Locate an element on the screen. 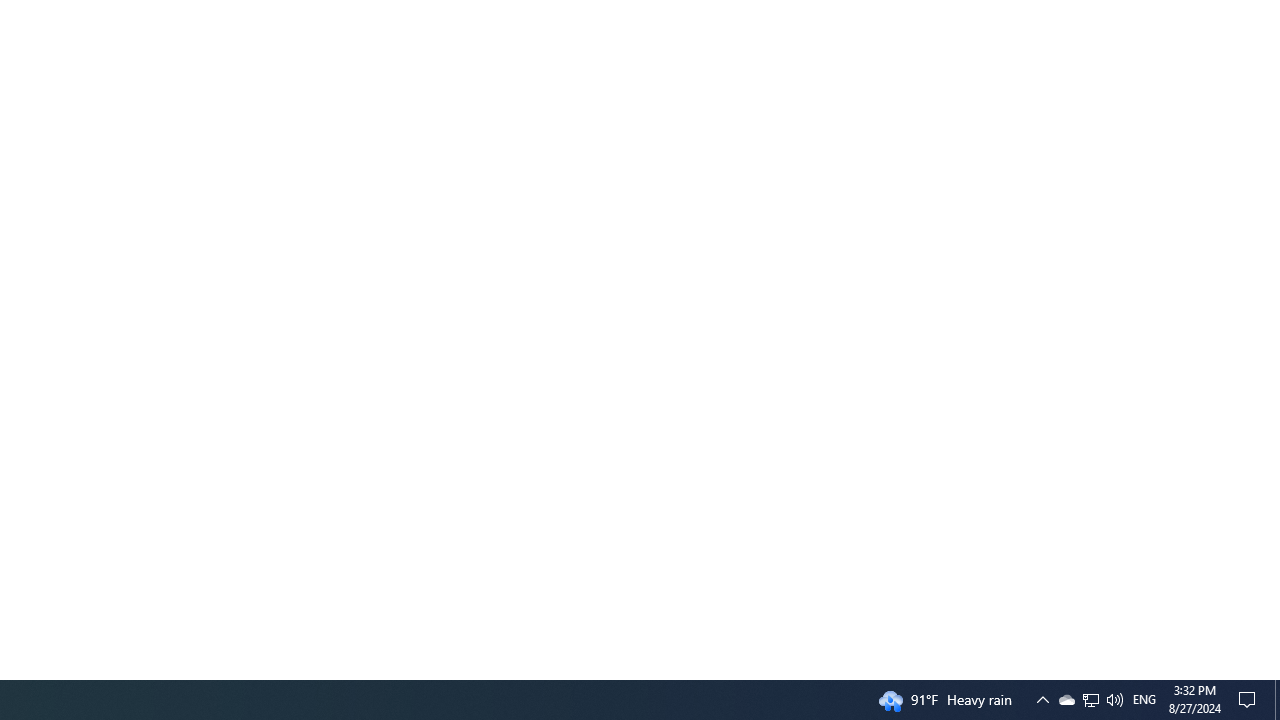  'Q2790: 100%' is located at coordinates (1113, 698).